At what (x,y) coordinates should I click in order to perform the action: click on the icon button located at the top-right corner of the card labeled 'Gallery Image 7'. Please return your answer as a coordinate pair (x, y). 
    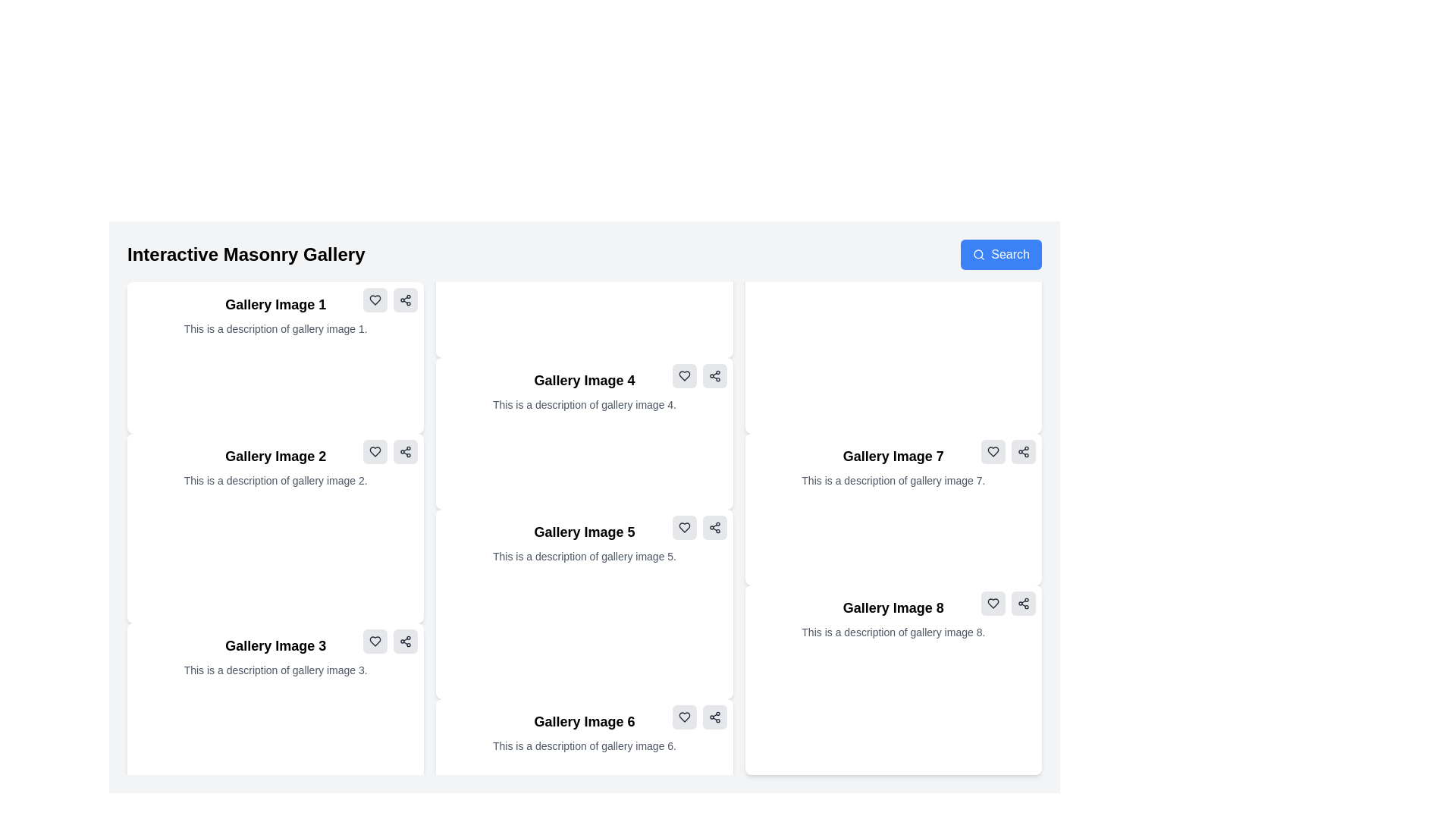
    Looking at the image, I should click on (993, 451).